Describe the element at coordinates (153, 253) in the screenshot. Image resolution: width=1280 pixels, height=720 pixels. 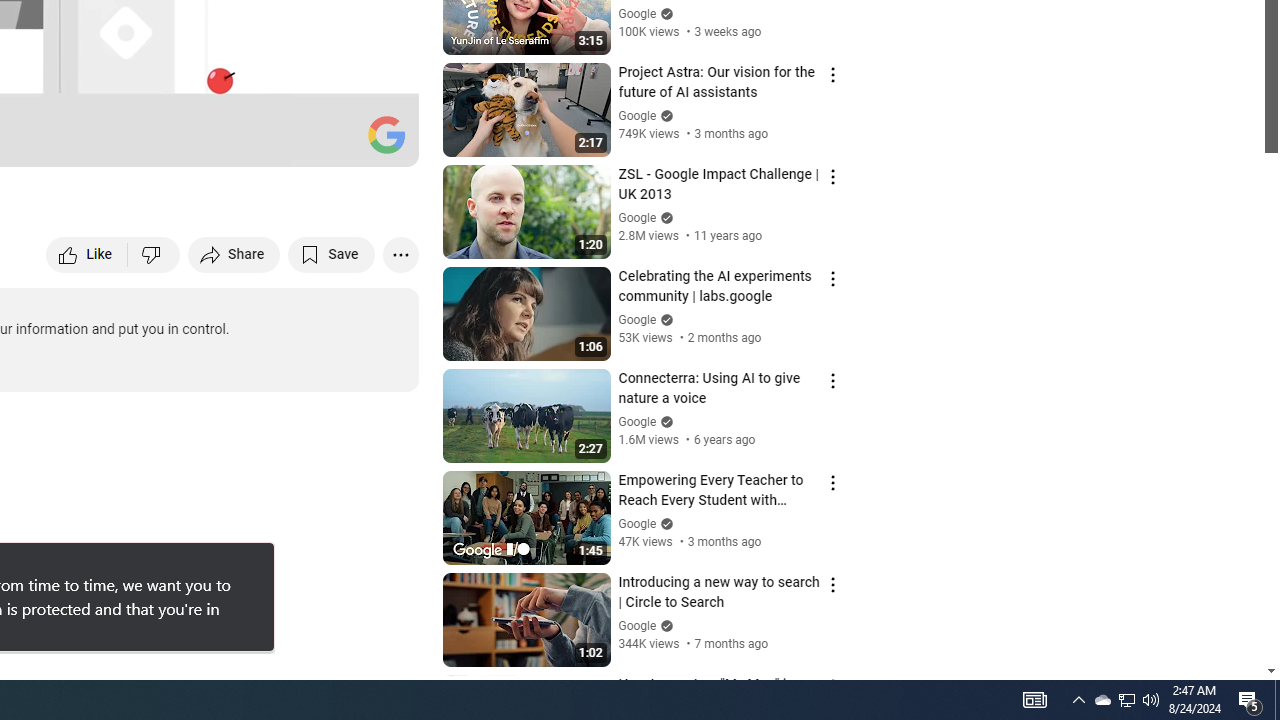
I see `'Dislike this video'` at that location.